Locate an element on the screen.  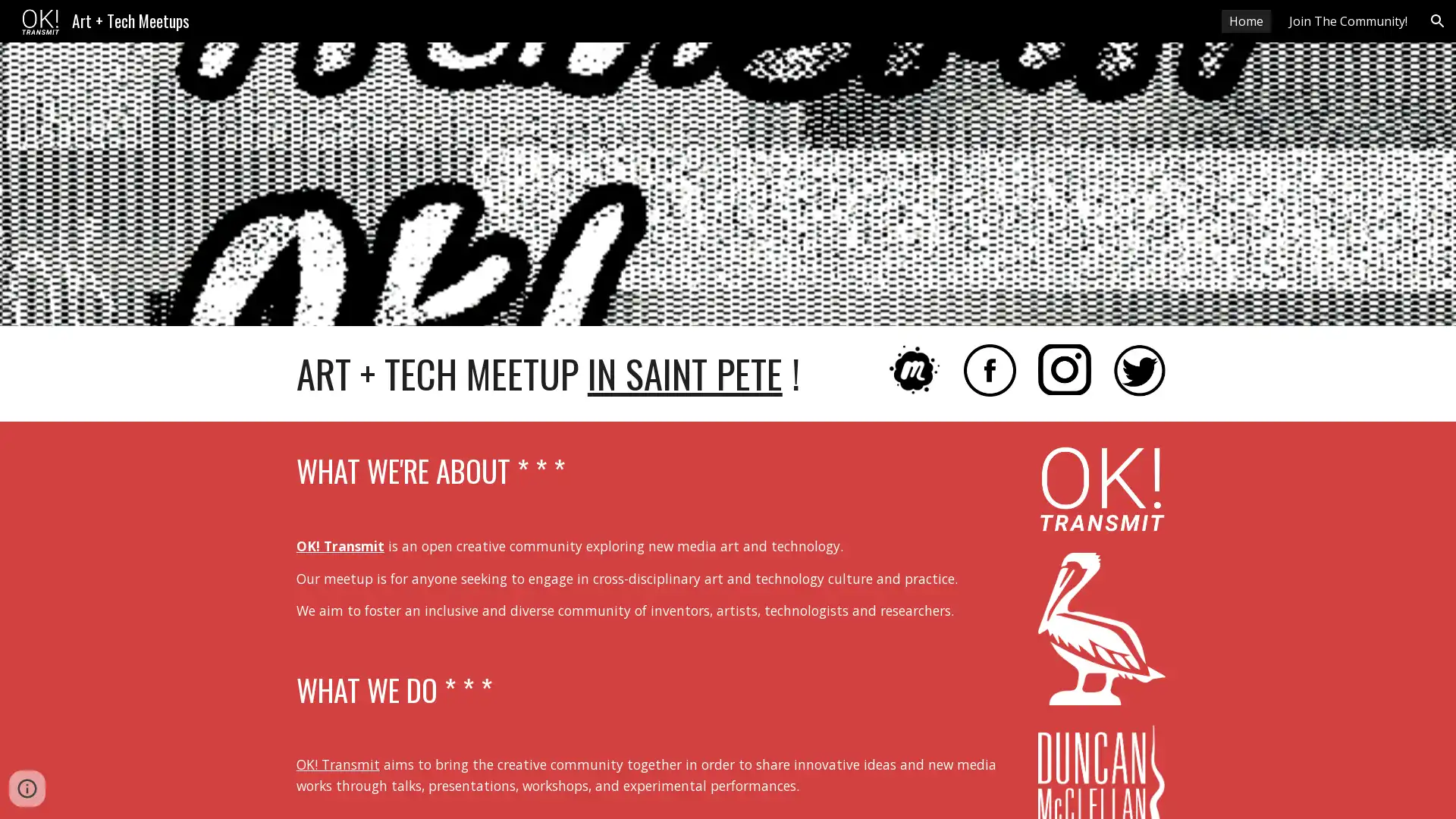
Report abuse is located at coordinates (74, 792).